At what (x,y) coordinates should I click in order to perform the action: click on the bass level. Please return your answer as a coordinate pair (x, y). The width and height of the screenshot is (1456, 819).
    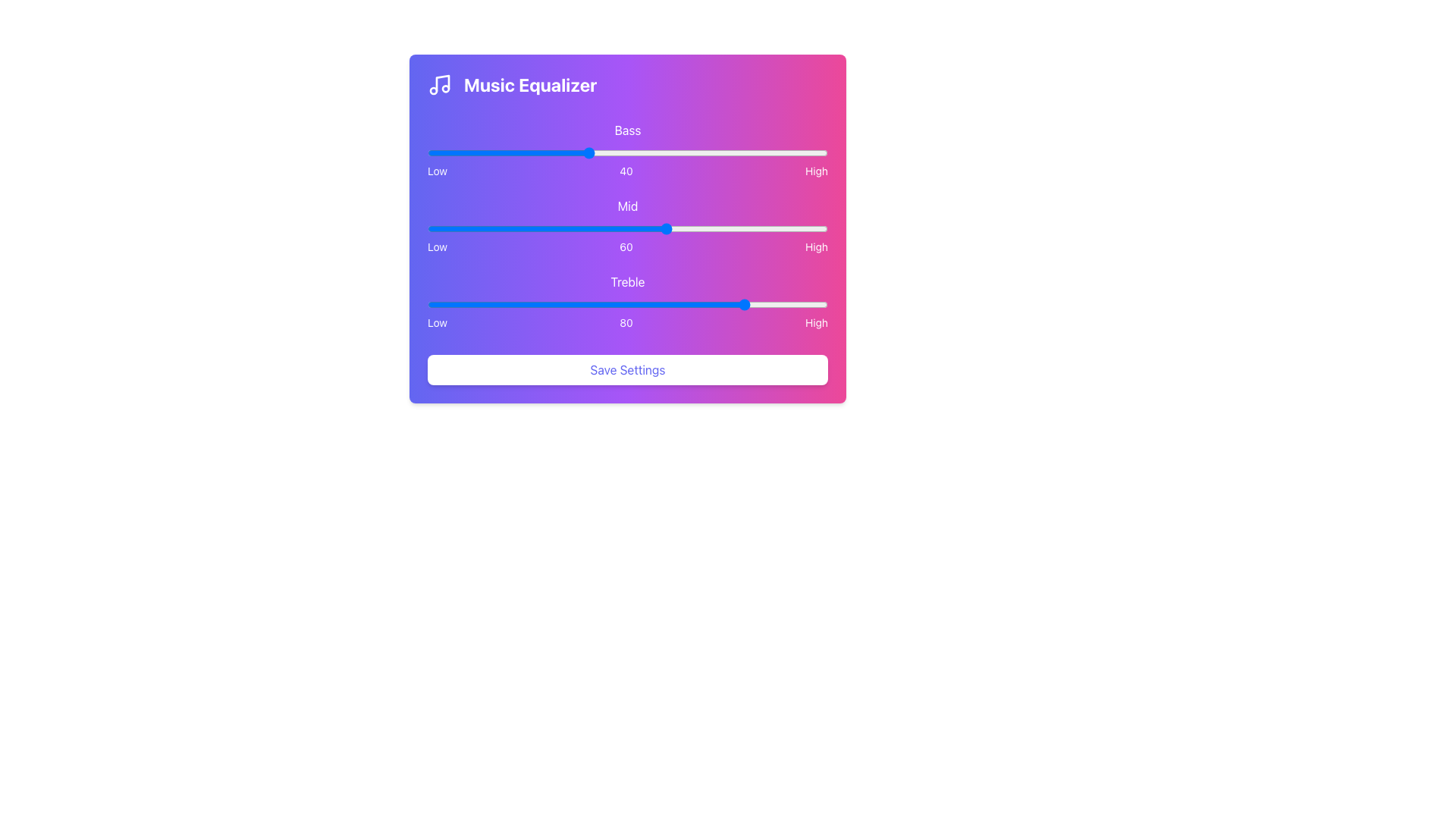
    Looking at the image, I should click on (748, 152).